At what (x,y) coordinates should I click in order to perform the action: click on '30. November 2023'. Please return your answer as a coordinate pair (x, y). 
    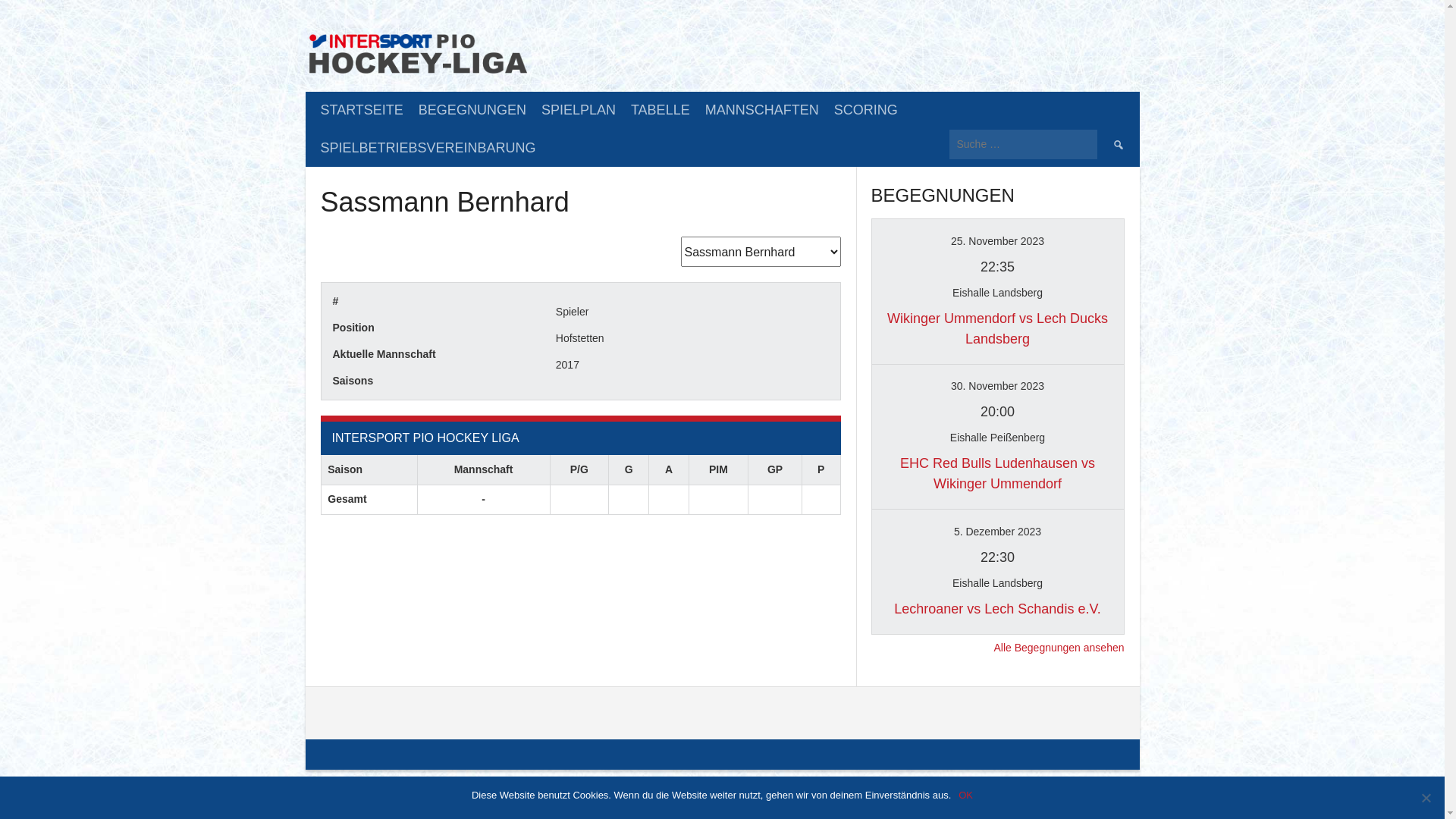
    Looking at the image, I should click on (997, 385).